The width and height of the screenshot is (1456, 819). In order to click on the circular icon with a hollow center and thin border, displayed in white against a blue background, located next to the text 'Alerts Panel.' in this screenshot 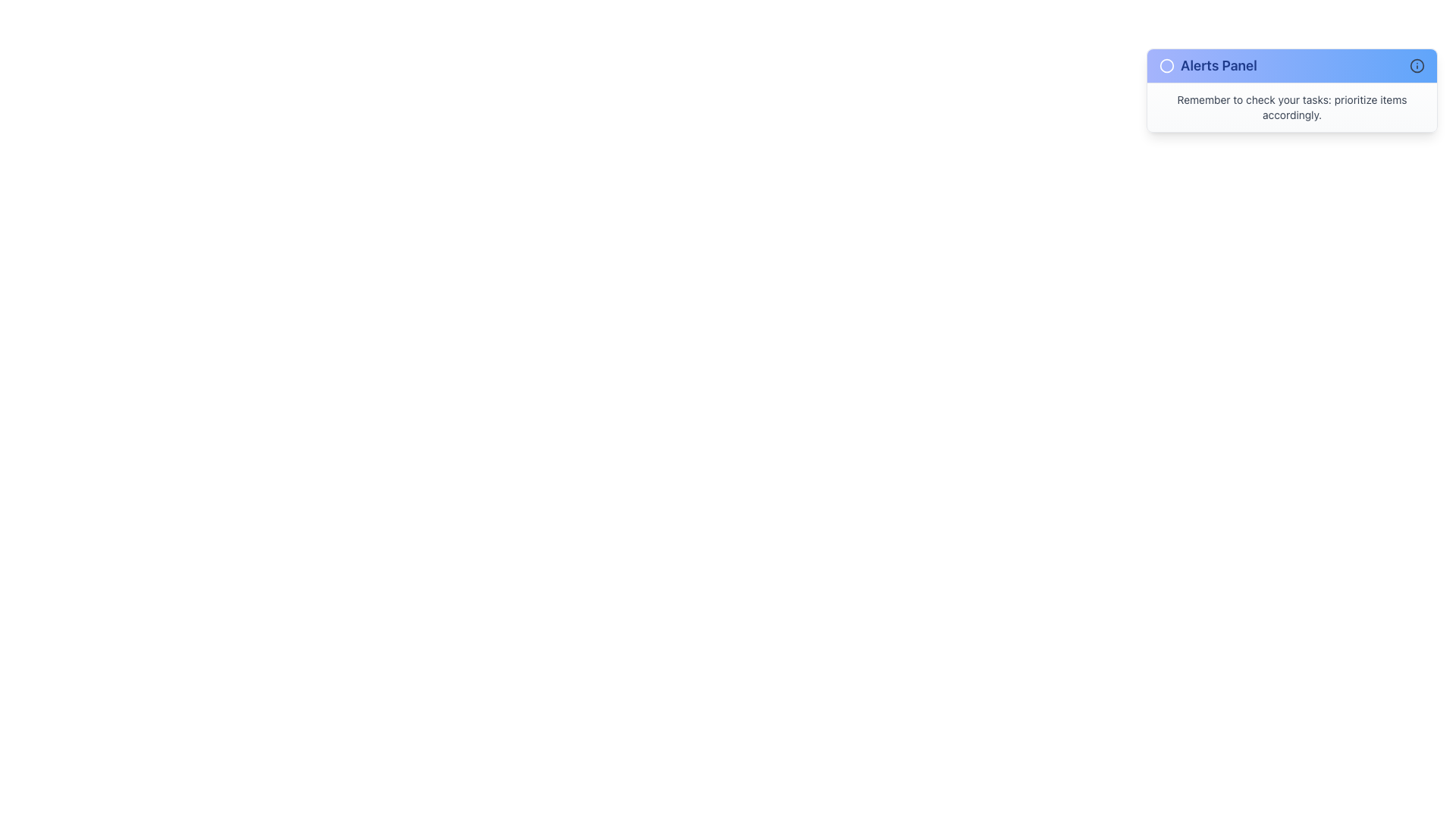, I will do `click(1166, 65)`.